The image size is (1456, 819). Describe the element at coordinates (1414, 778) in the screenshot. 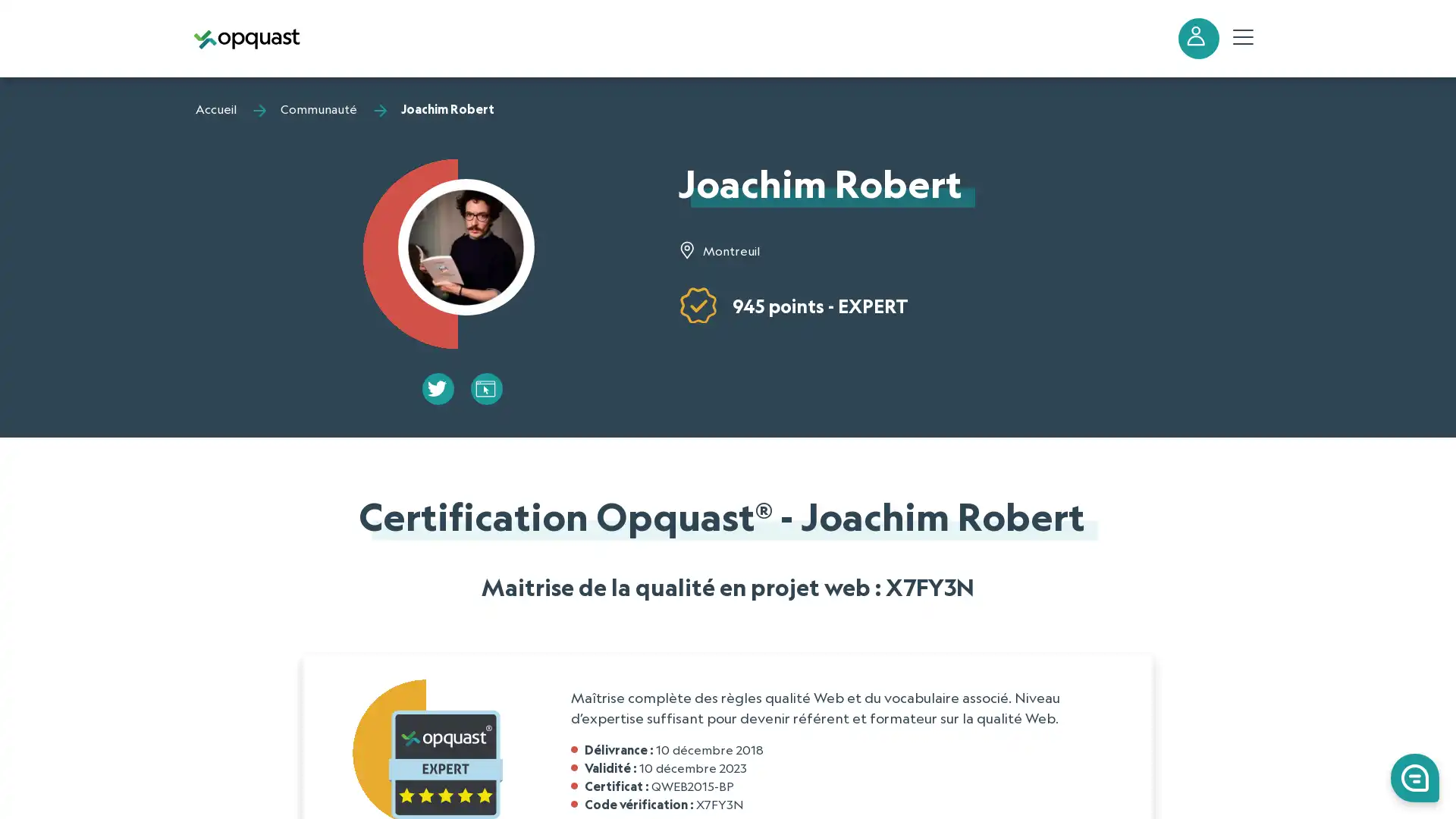

I see `Launch Front Chat` at that location.